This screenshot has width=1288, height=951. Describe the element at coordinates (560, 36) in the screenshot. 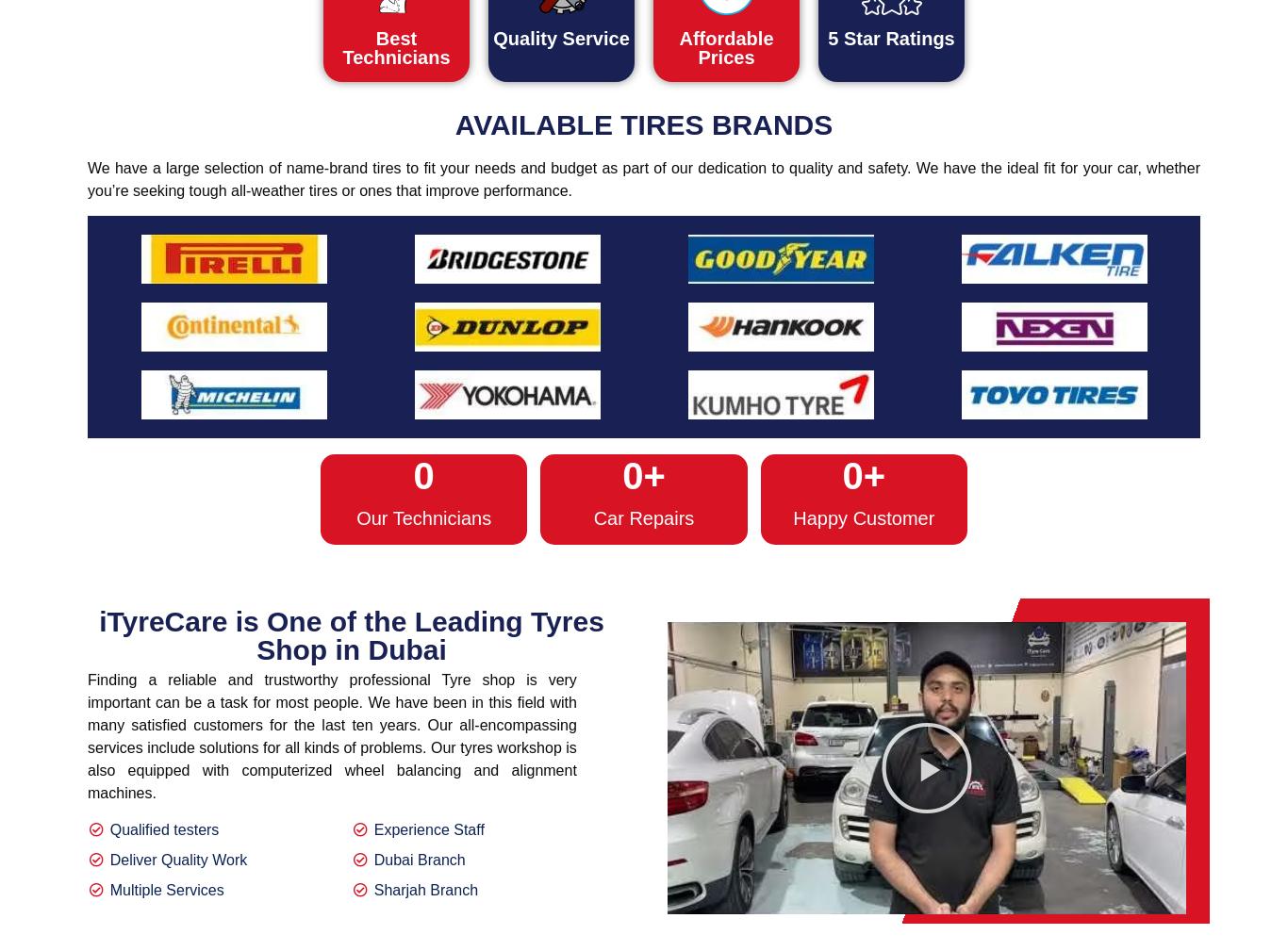

I see `'Quality Service'` at that location.